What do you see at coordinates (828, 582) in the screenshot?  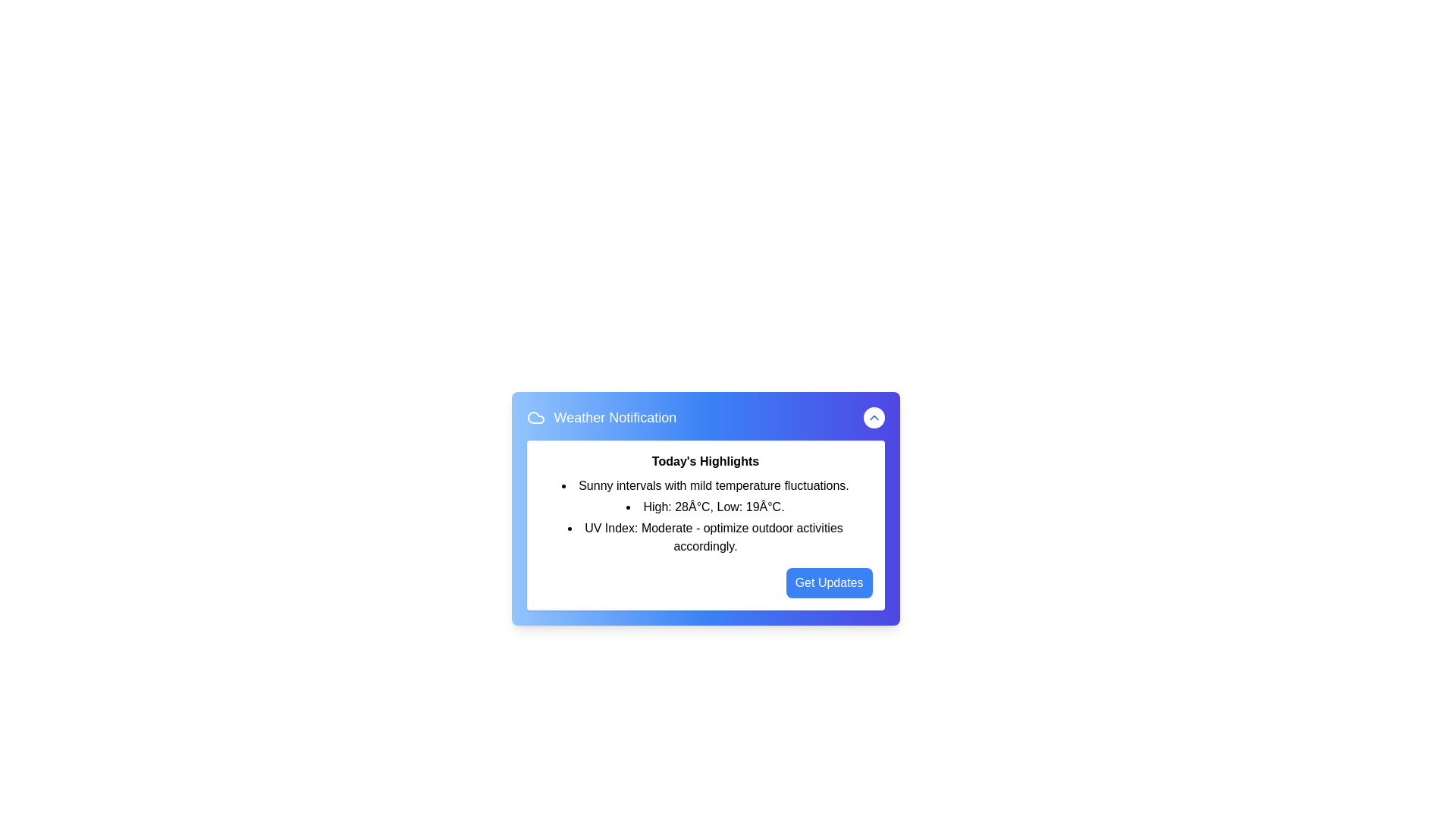 I see `the 'Get Updates' button to subscribe to weather updates` at bounding box center [828, 582].